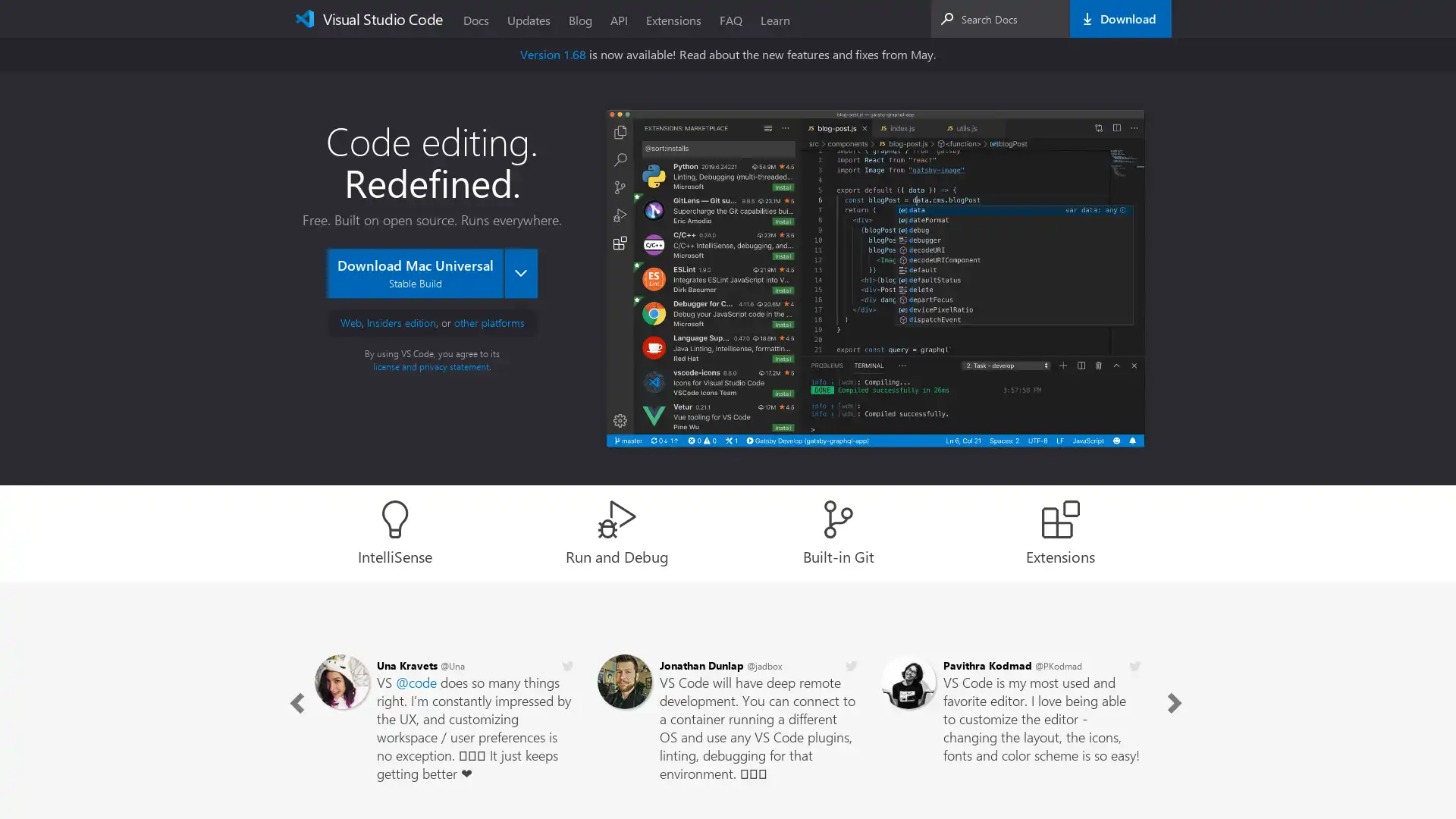 This screenshot has height=819, width=1456. What do you see at coordinates (415, 273) in the screenshot?
I see `Download Mac Universal Stable Build` at bounding box center [415, 273].